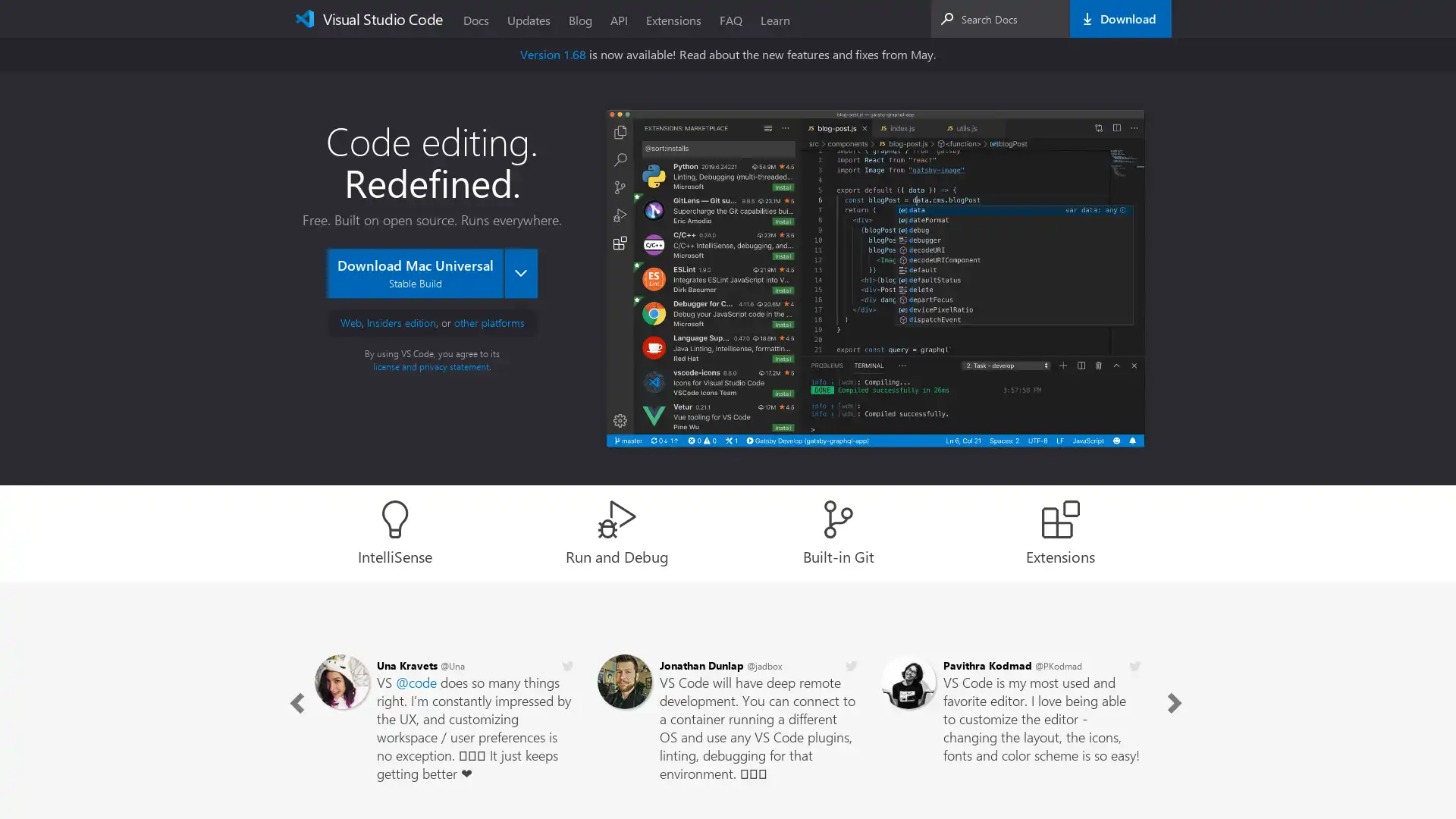 This screenshot has height=819, width=1456. What do you see at coordinates (415, 273) in the screenshot?
I see `Download Mac Universal Stable Build` at bounding box center [415, 273].